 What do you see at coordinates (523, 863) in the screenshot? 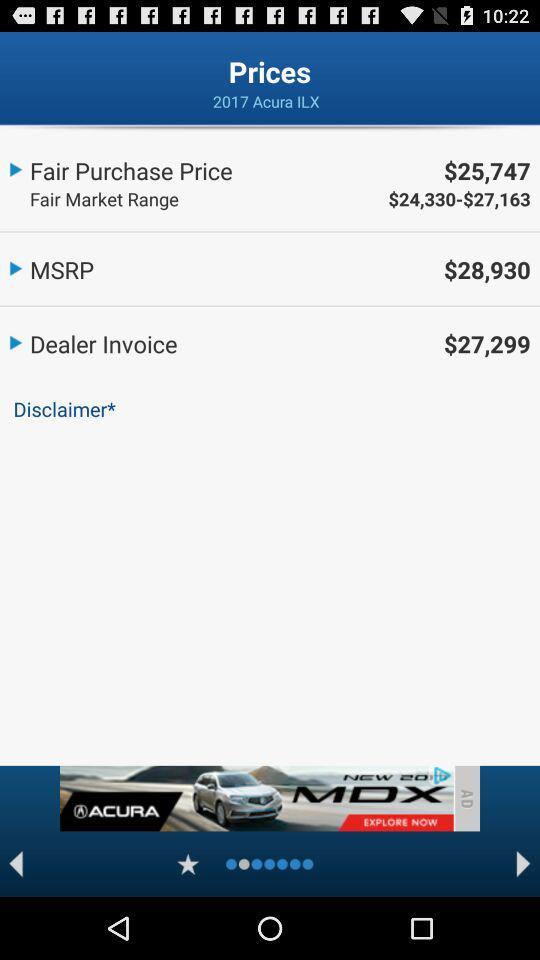
I see `next` at bounding box center [523, 863].